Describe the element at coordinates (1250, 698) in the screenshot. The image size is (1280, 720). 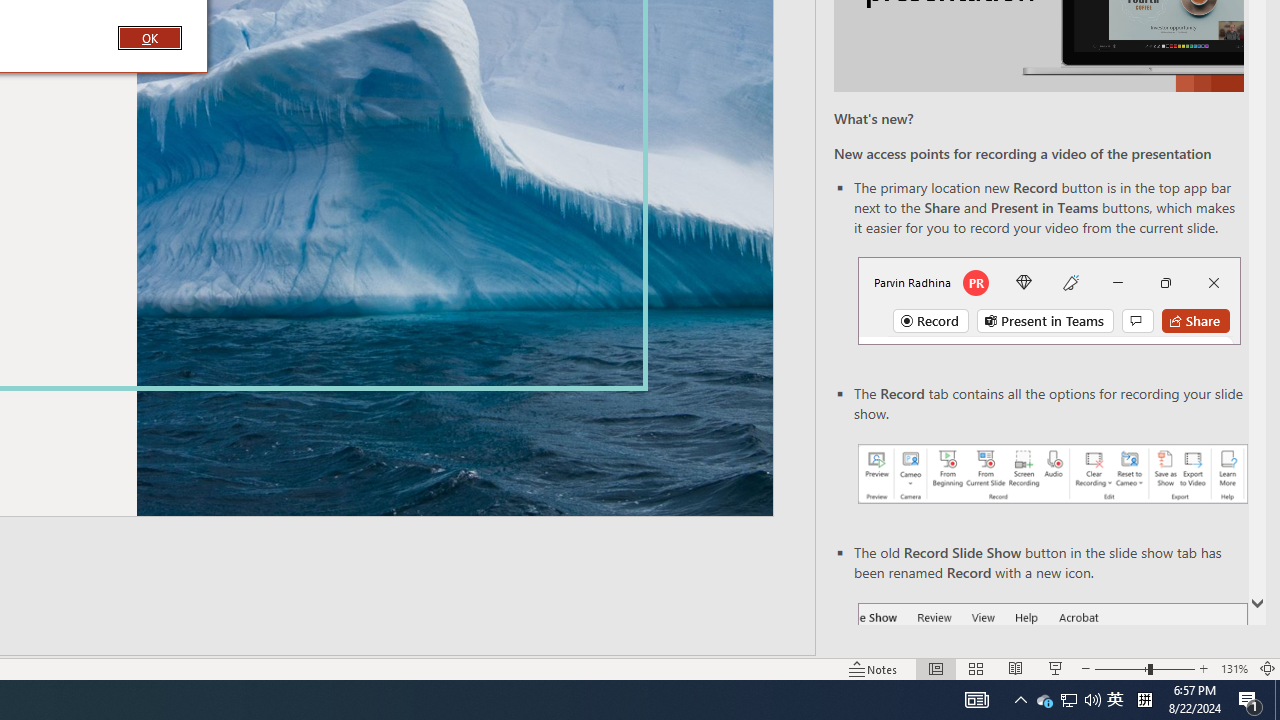
I see `'Action Center, 1 new notification'` at that location.